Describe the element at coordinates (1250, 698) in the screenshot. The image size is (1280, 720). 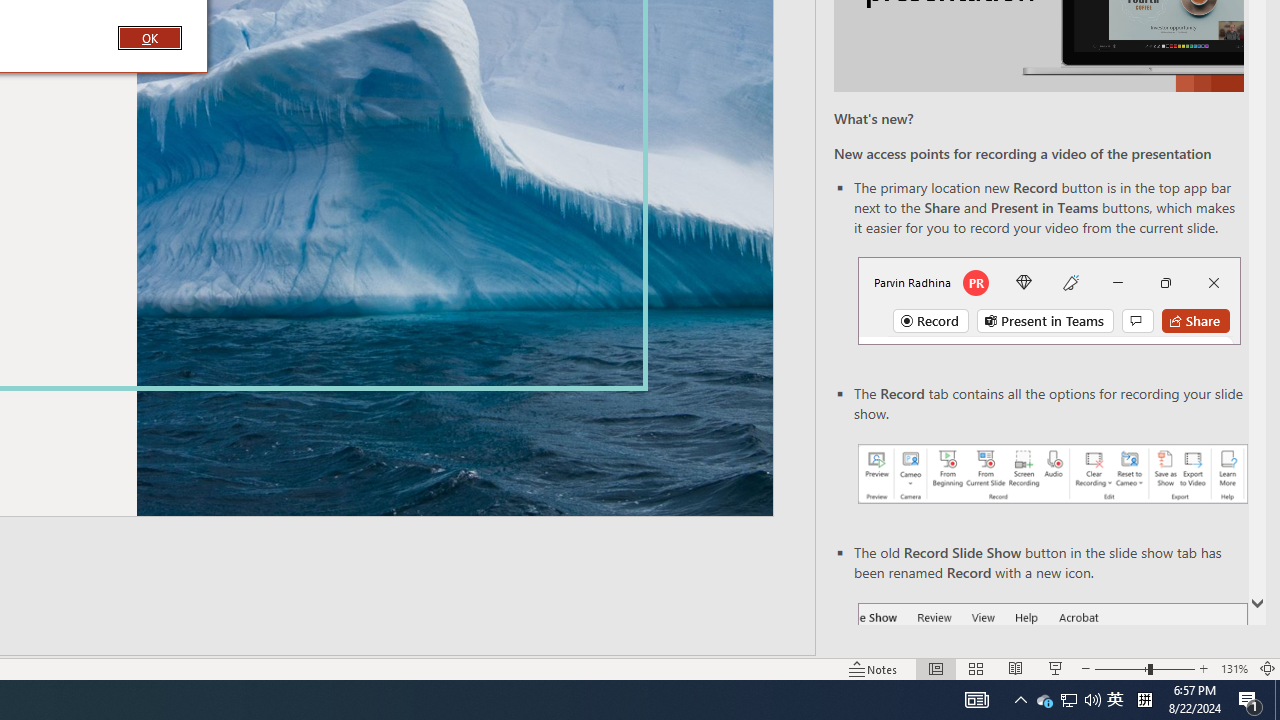
I see `'Action Center, 1 new notification'` at that location.